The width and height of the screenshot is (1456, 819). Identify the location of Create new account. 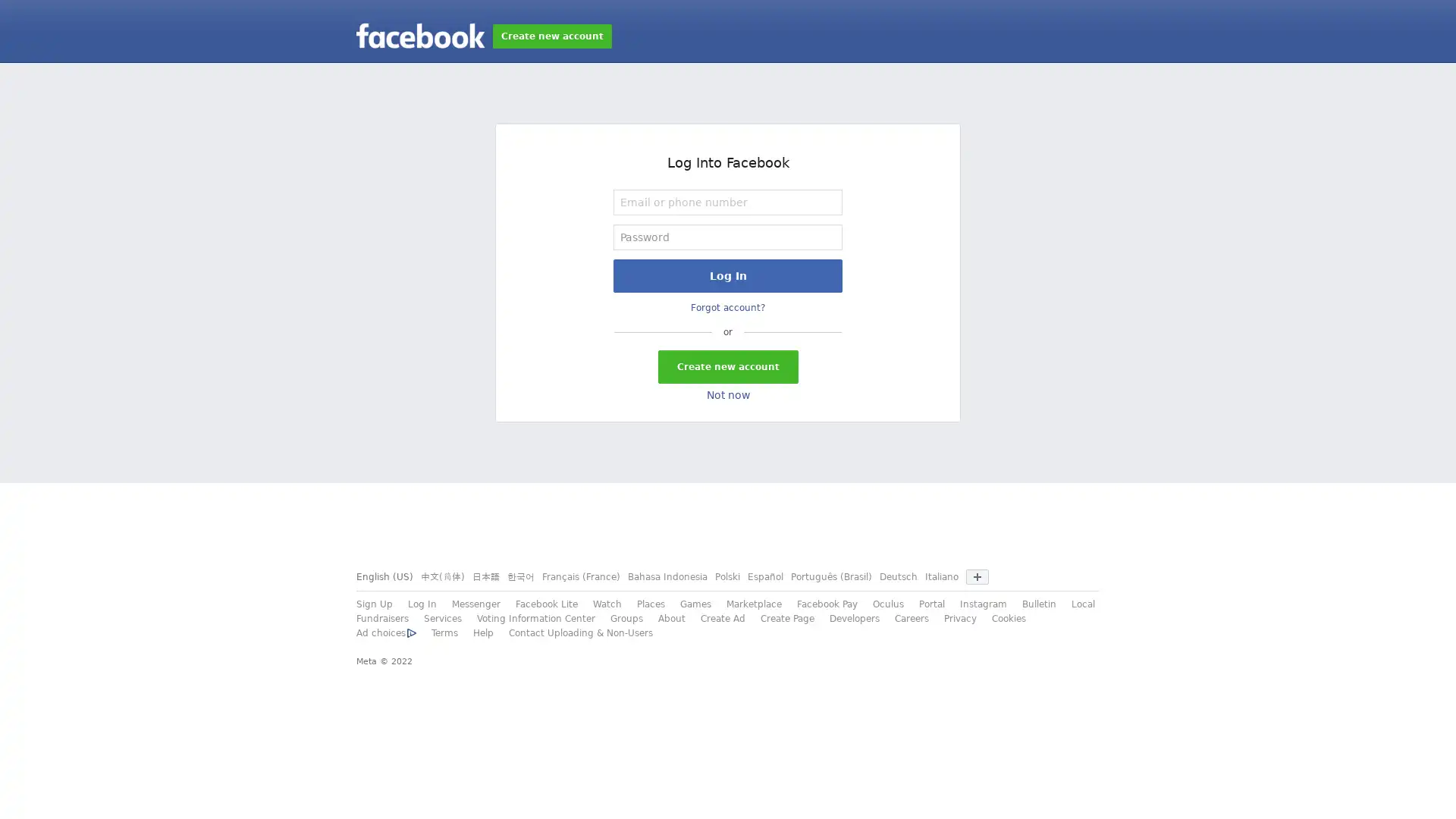
(551, 35).